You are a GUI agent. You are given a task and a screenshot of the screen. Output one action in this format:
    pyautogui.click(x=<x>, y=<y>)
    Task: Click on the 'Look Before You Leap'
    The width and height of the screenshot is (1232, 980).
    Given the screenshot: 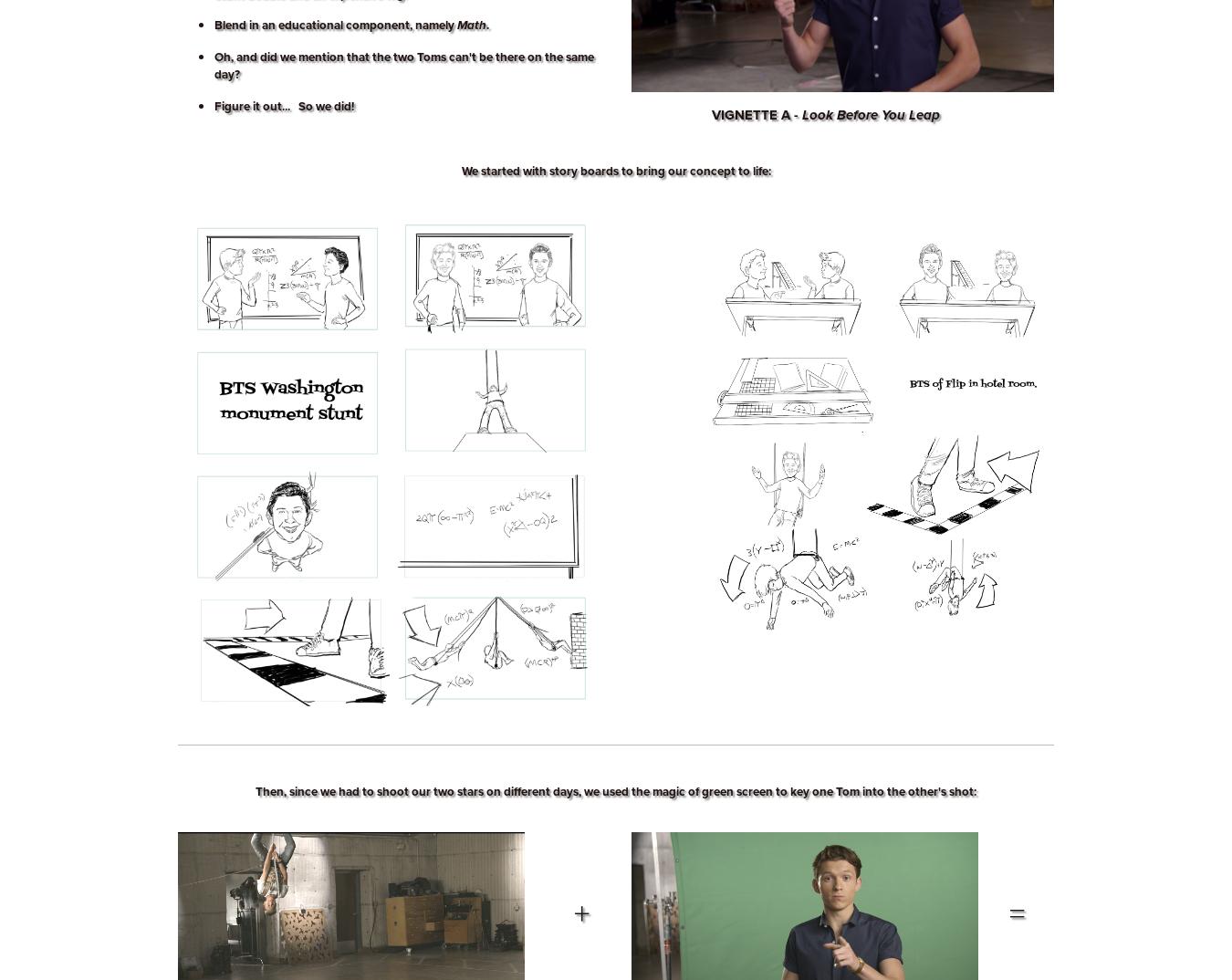 What is the action you would take?
    pyautogui.click(x=870, y=113)
    